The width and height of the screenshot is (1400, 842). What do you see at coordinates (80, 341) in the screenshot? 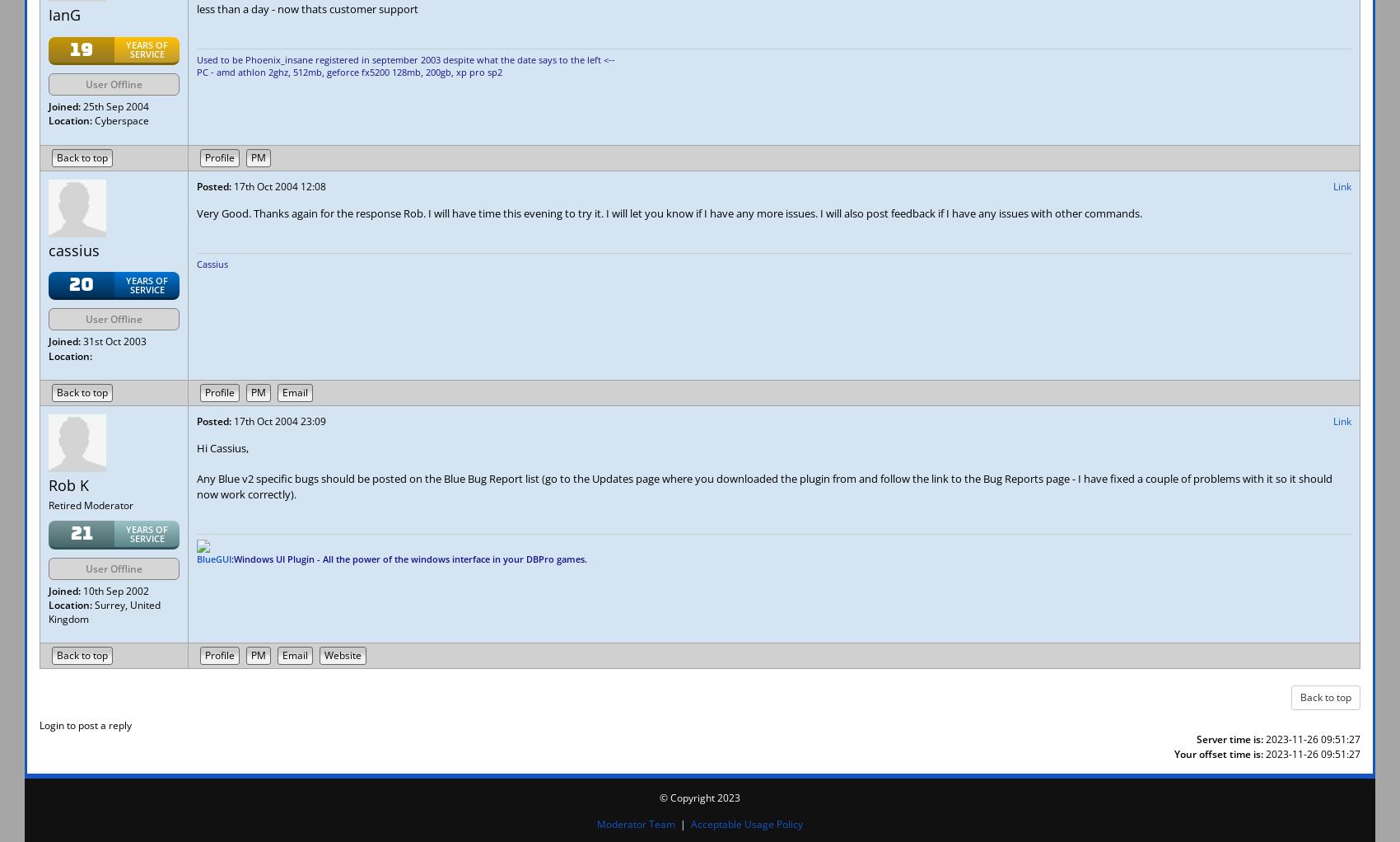
I see `'31st Oct 2003'` at bounding box center [80, 341].